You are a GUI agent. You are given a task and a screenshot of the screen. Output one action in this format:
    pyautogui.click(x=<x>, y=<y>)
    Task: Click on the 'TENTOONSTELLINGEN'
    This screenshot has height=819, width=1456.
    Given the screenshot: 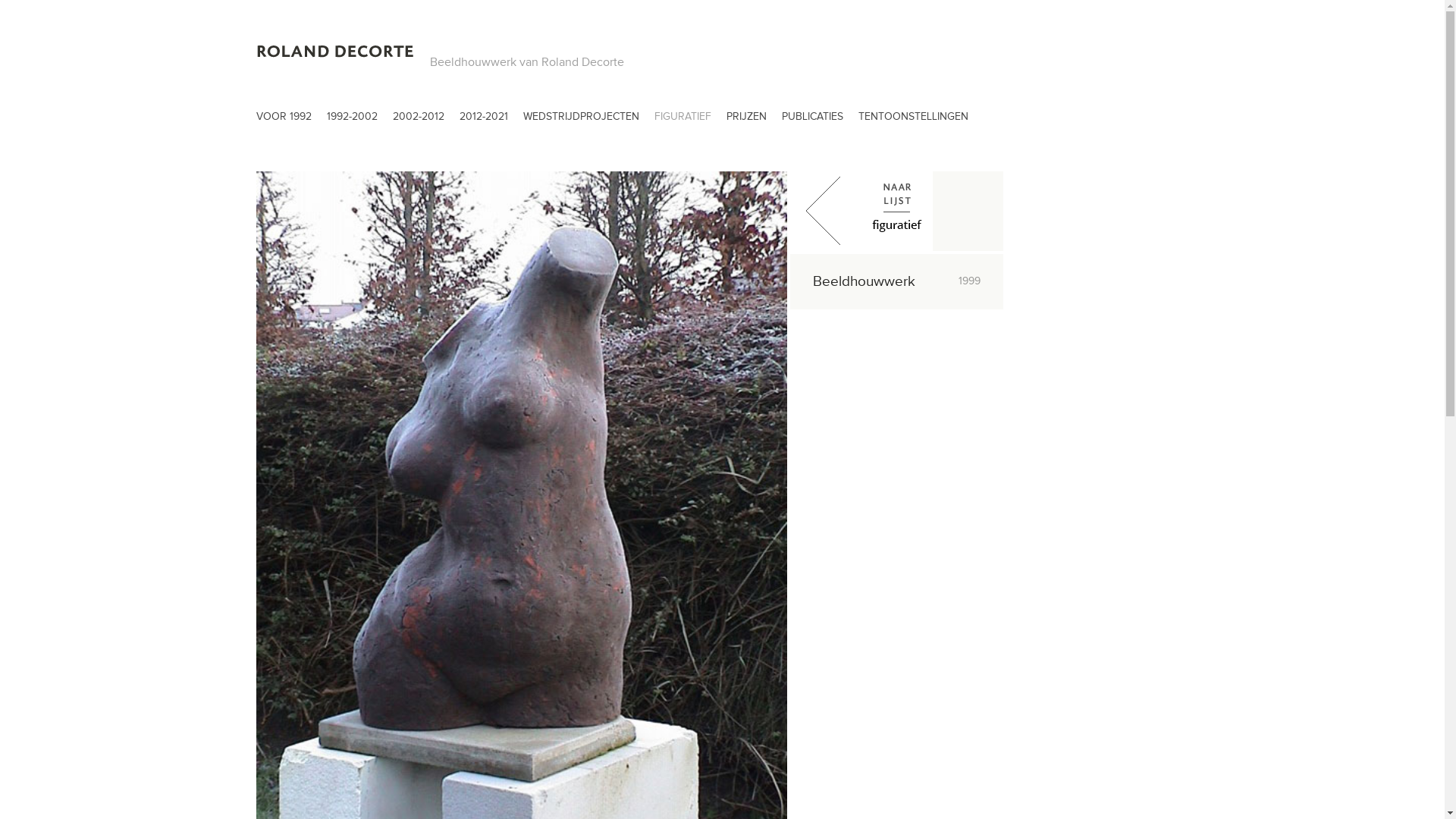 What is the action you would take?
    pyautogui.click(x=912, y=119)
    